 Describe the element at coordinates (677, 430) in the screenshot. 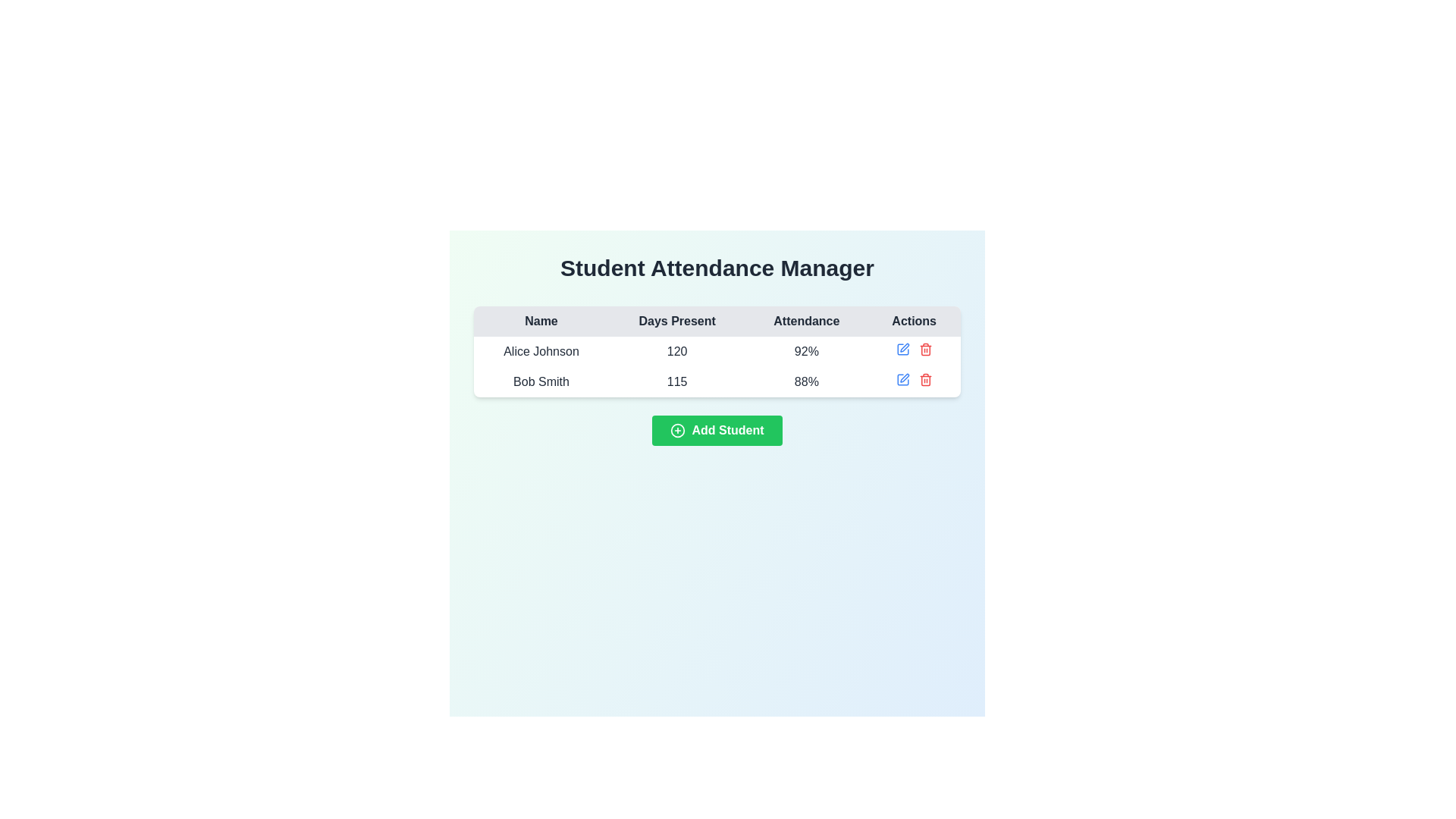

I see `the circular green icon with a plus sign, which is located to the left of the 'Add Student' text button on a green background, positioned centrally below the student data table` at that location.